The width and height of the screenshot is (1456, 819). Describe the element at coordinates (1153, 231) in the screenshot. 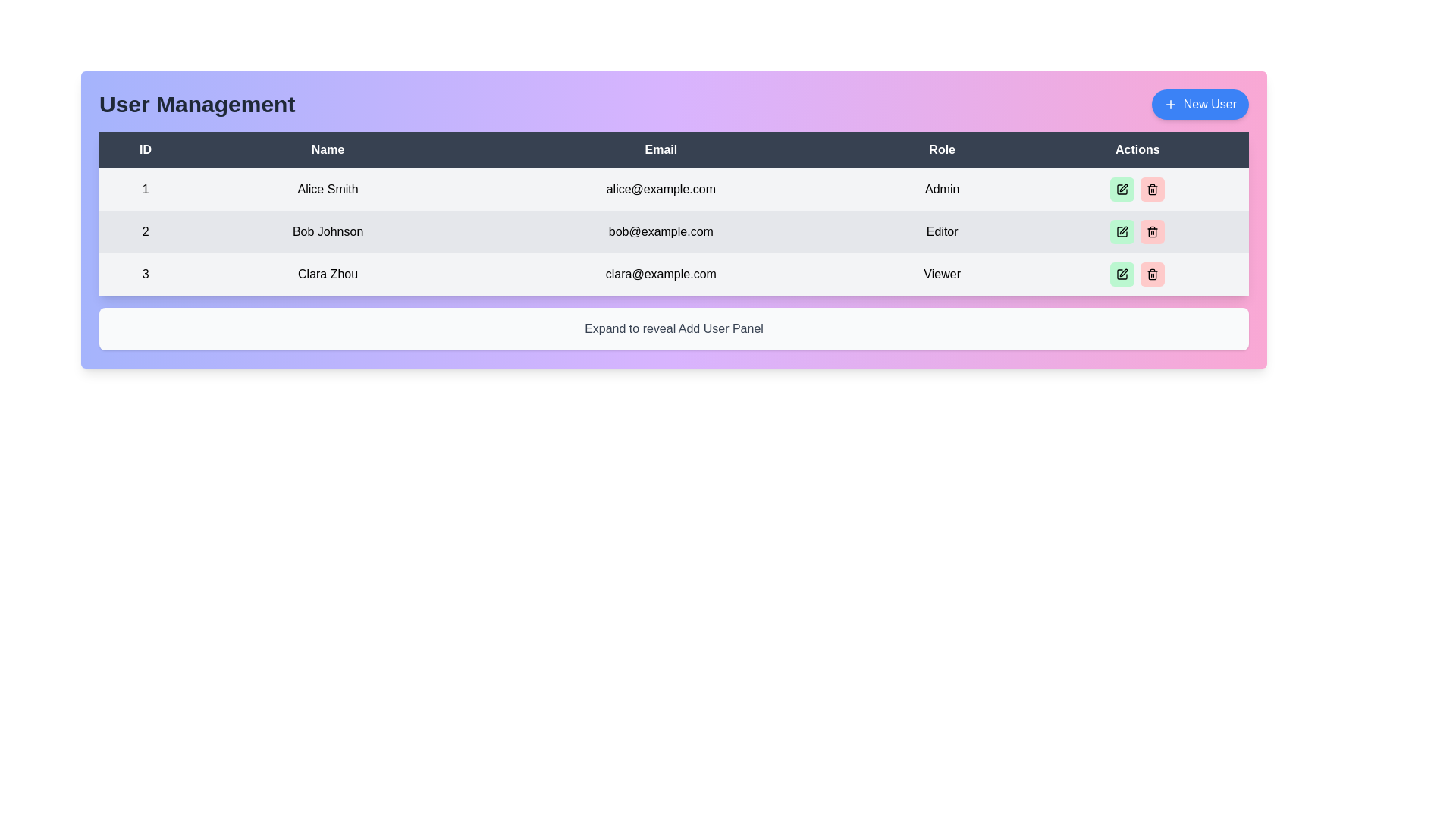

I see `the delete button in the 'Actions' column of the user table for the user Bob Johnson to initiate the delete action` at that location.